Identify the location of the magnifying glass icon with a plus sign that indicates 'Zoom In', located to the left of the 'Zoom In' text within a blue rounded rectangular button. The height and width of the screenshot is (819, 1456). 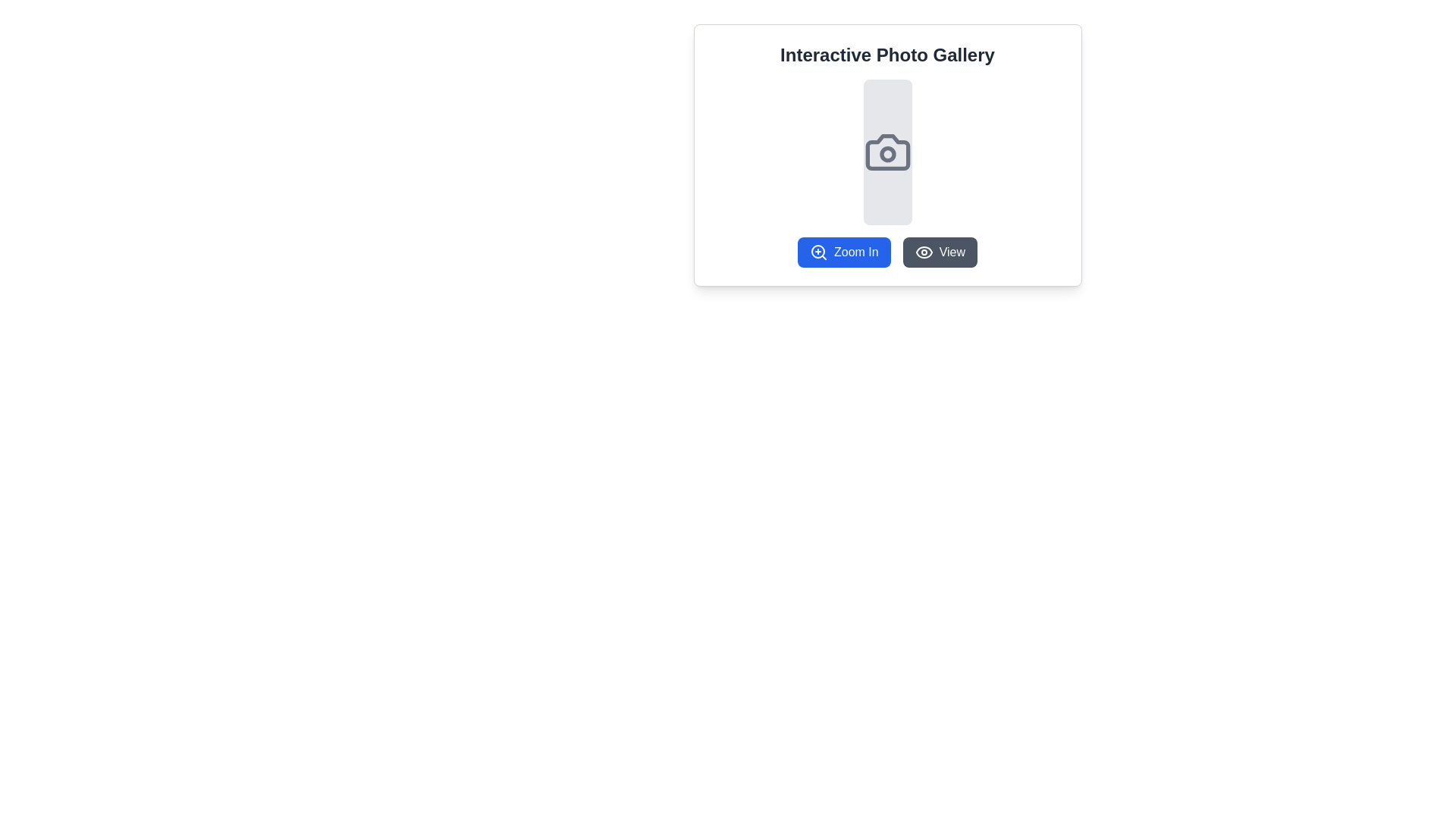
(818, 251).